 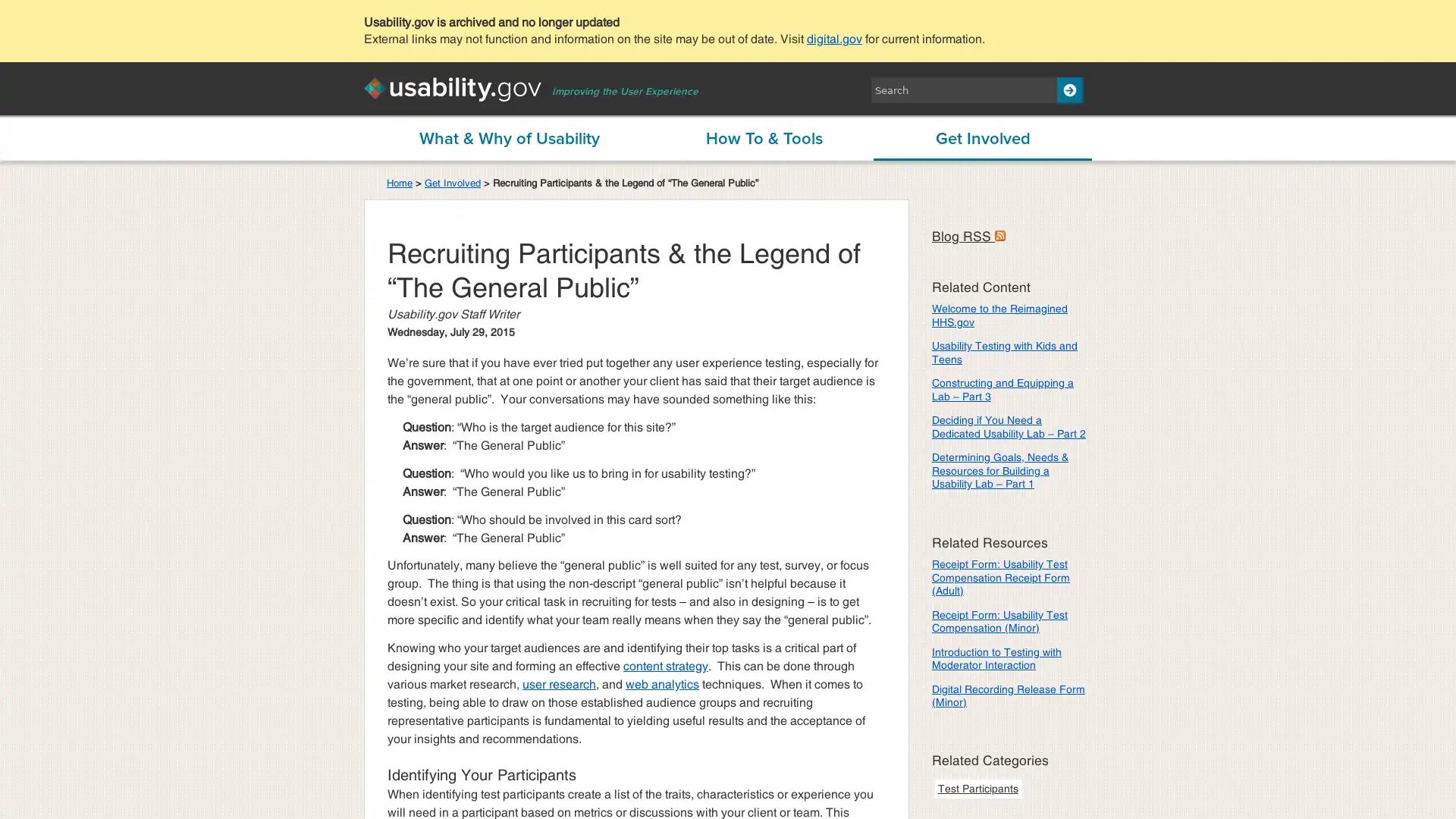 What do you see at coordinates (1069, 90) in the screenshot?
I see `Search` at bounding box center [1069, 90].